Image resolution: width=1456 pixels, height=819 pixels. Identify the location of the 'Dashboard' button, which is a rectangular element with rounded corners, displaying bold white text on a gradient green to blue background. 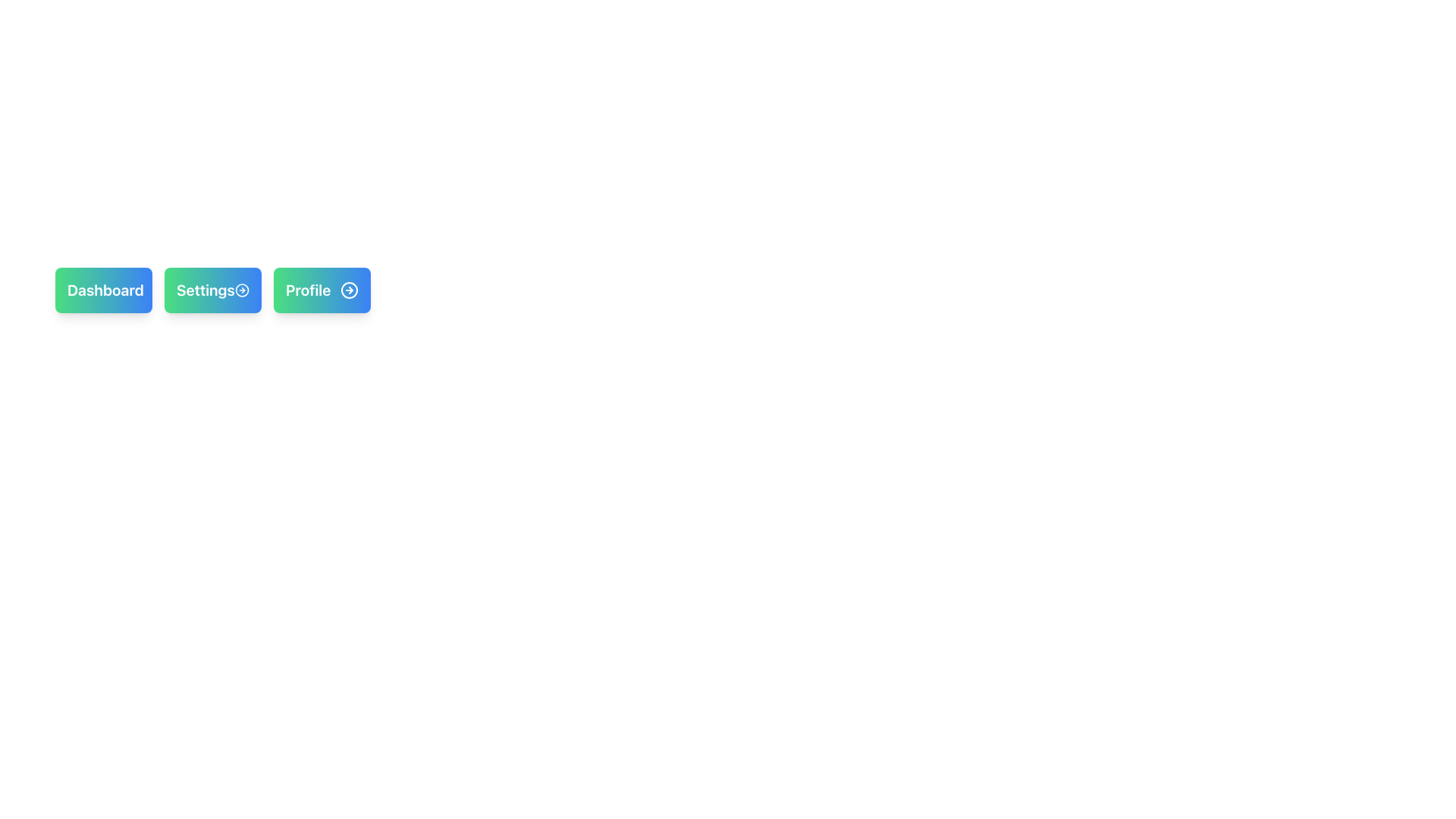
(103, 290).